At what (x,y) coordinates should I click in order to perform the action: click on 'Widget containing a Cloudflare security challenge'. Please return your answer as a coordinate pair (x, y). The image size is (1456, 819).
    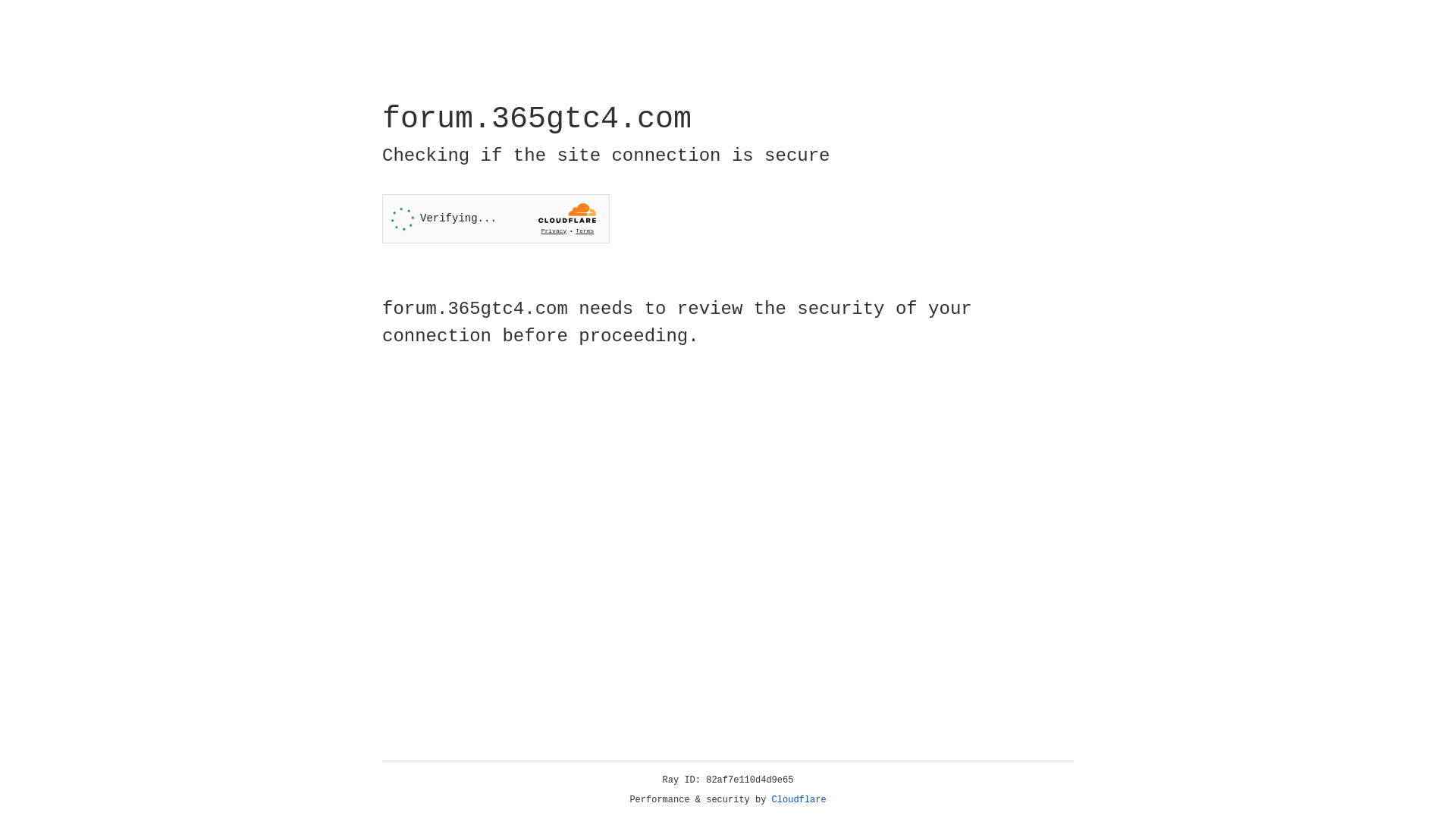
    Looking at the image, I should click on (495, 218).